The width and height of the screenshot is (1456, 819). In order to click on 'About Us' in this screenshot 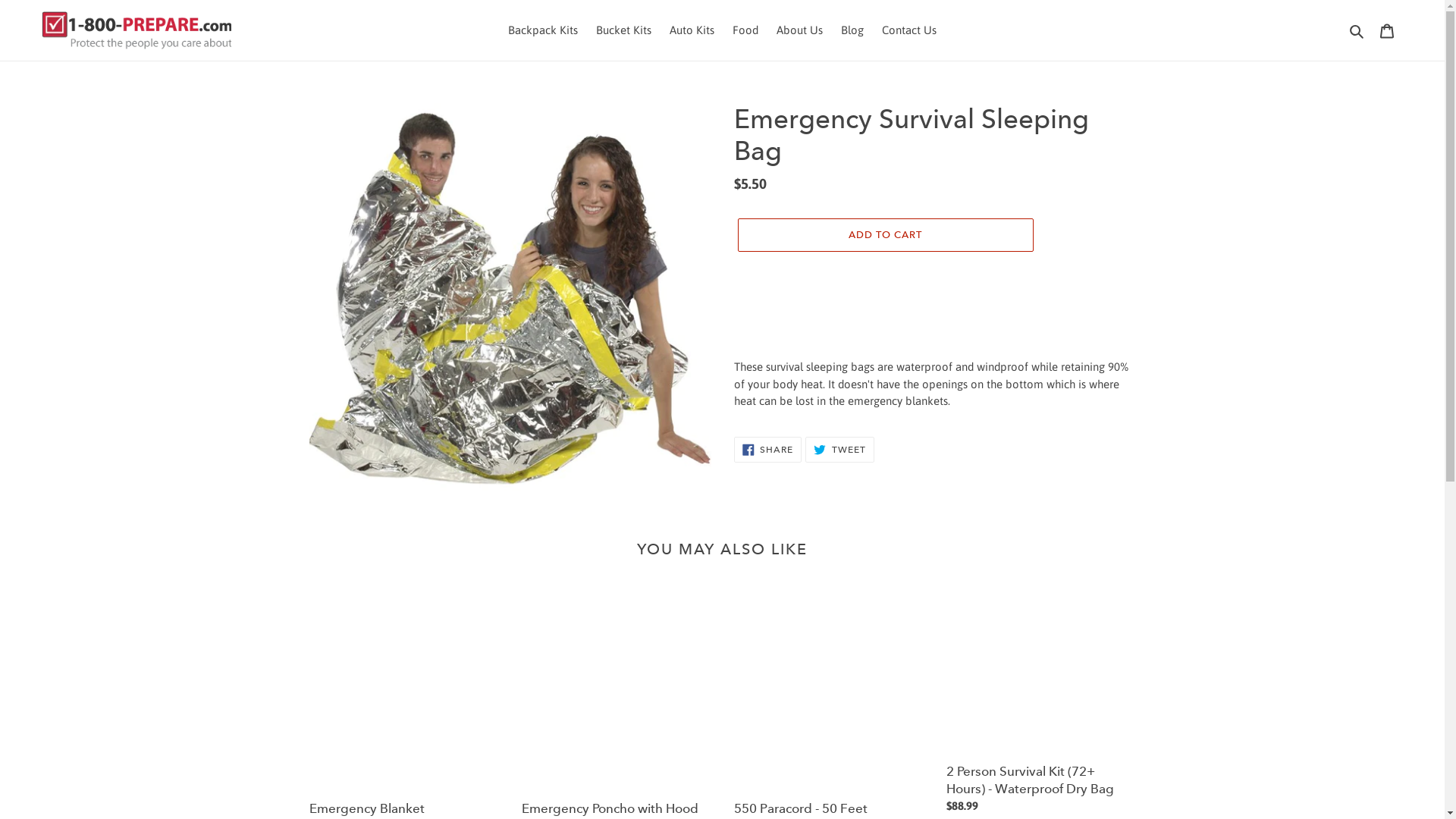, I will do `click(799, 30)`.